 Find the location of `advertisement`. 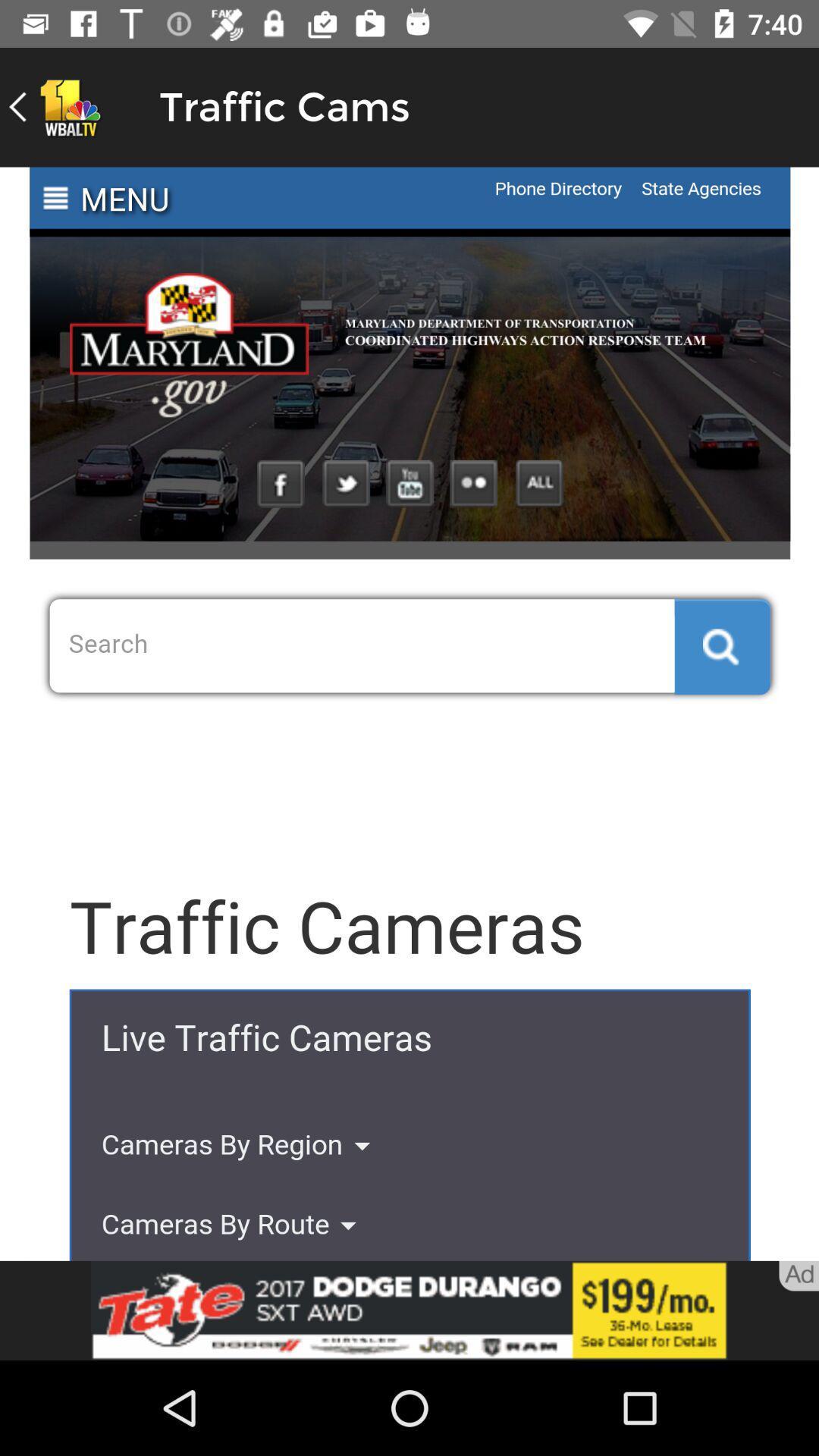

advertisement is located at coordinates (409, 1310).